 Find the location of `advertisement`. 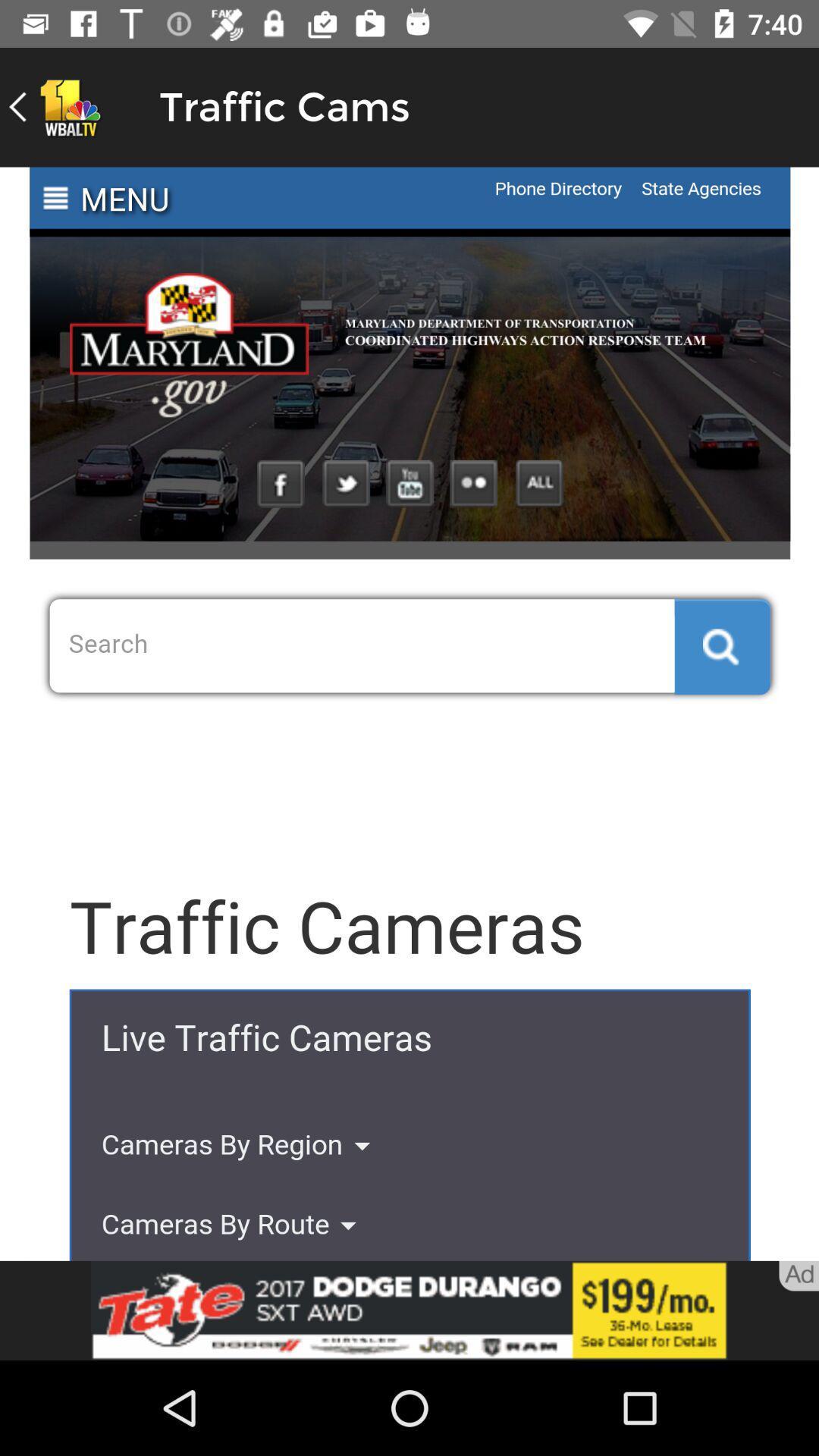

advertisement is located at coordinates (409, 1310).